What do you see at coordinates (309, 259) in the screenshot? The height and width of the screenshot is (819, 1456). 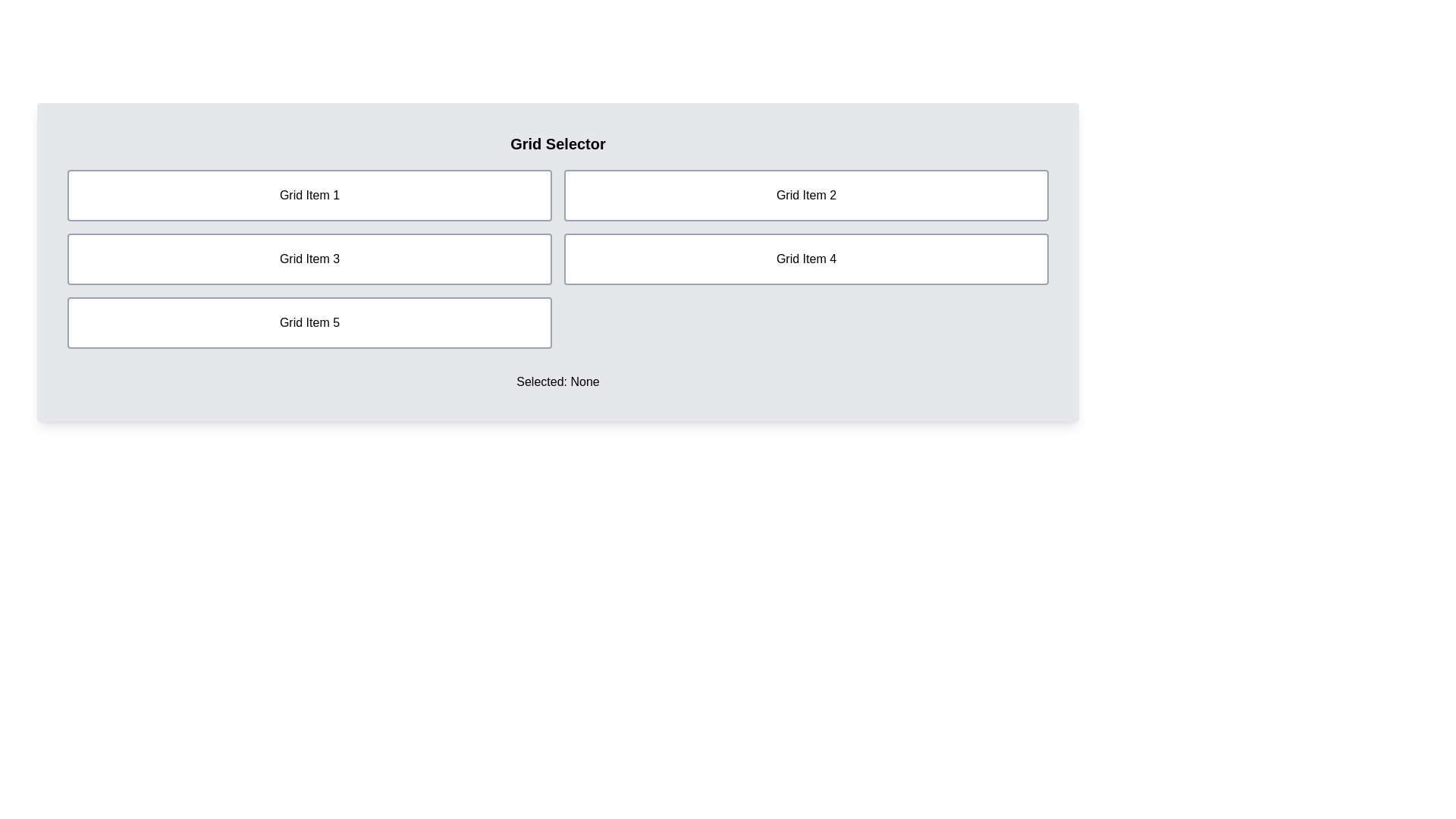 I see `the labeled grid item in the middle box of the second row in the 'Grid Selector'` at bounding box center [309, 259].